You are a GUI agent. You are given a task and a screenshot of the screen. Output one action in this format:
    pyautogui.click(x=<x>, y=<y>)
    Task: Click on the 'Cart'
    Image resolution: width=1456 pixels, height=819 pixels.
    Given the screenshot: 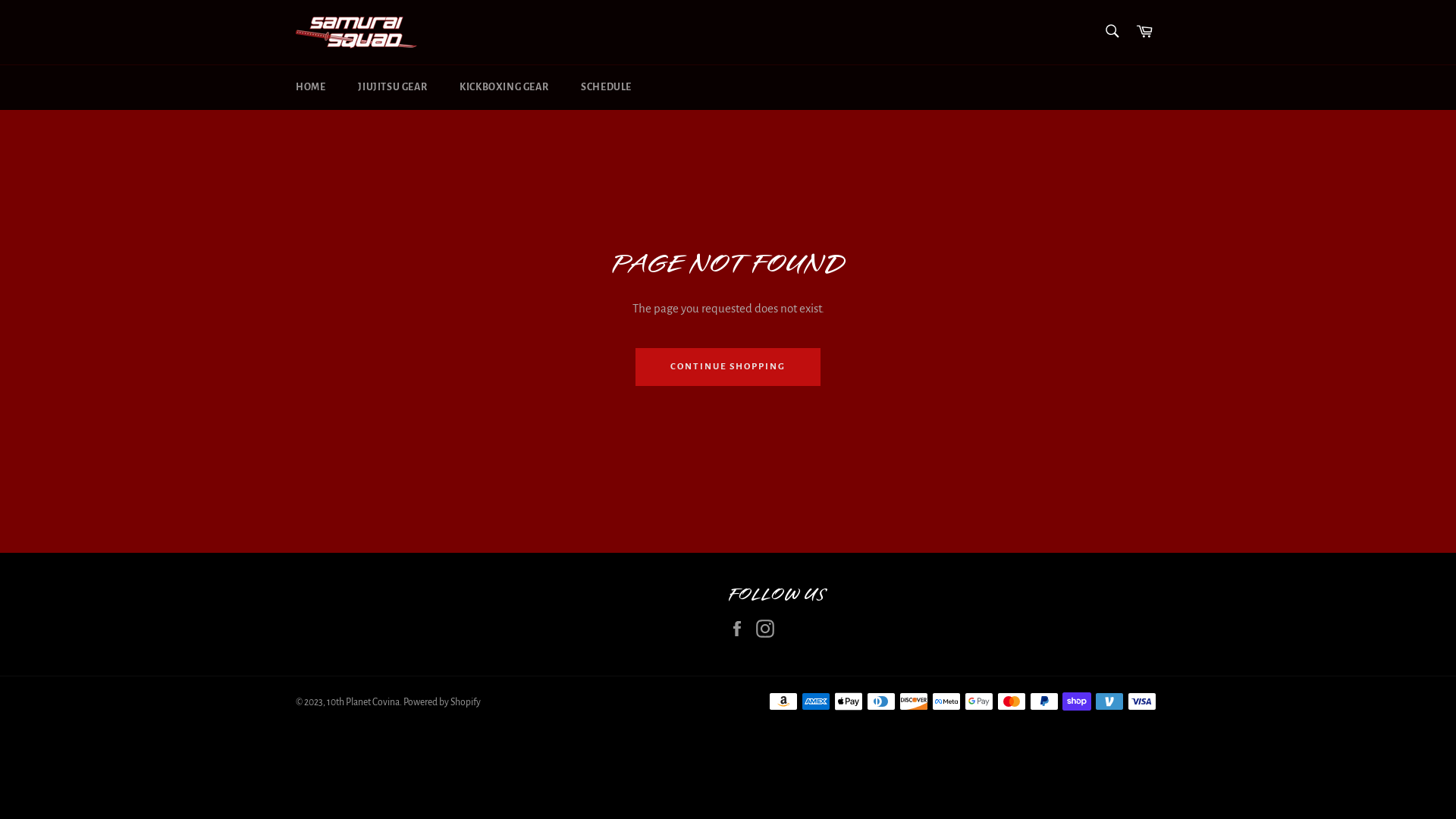 What is the action you would take?
    pyautogui.click(x=1144, y=32)
    